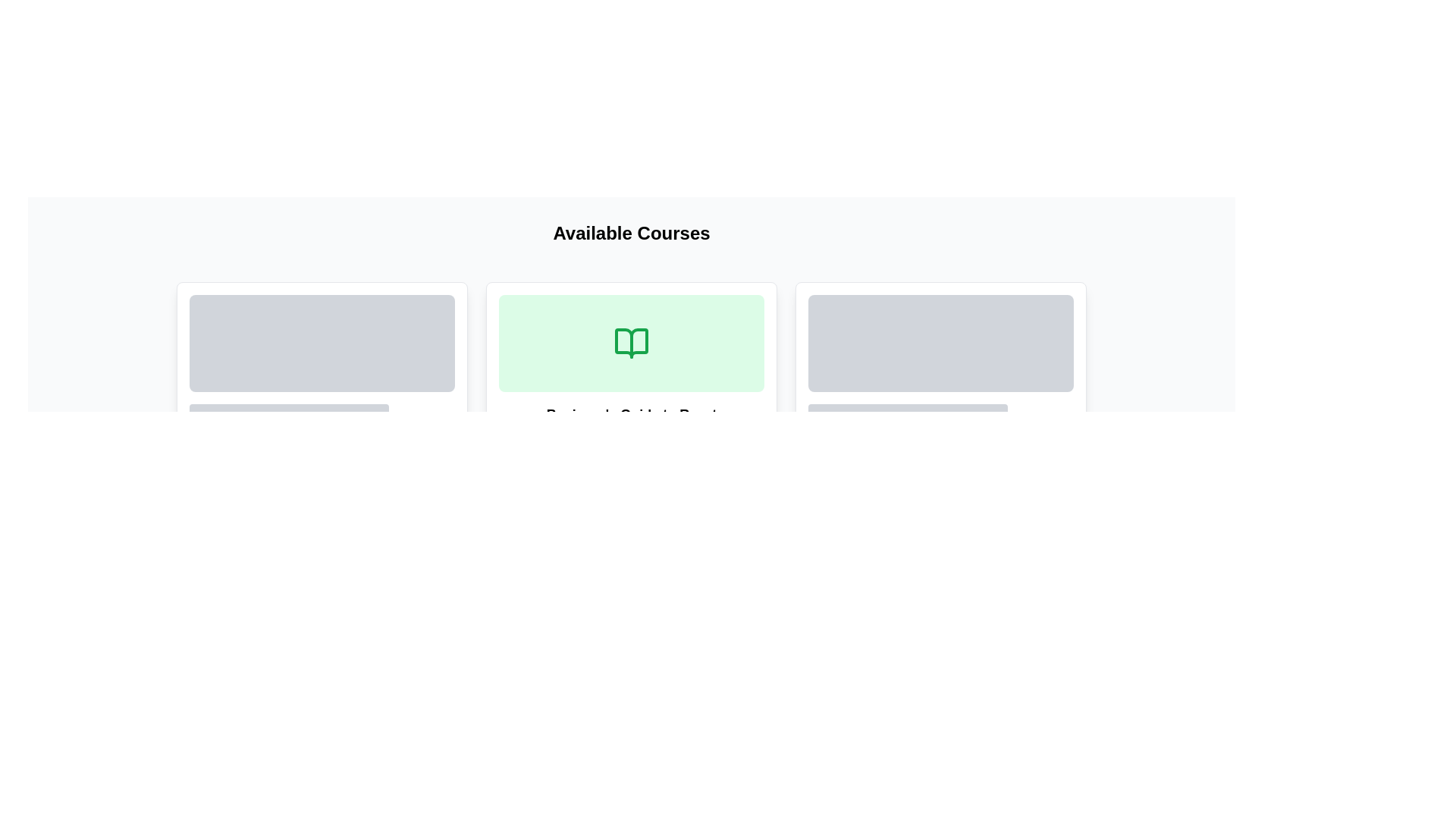  I want to click on the heading text 'Available Courses' which is styled in bold and positioned above the grid of course cards, so click(631, 234).